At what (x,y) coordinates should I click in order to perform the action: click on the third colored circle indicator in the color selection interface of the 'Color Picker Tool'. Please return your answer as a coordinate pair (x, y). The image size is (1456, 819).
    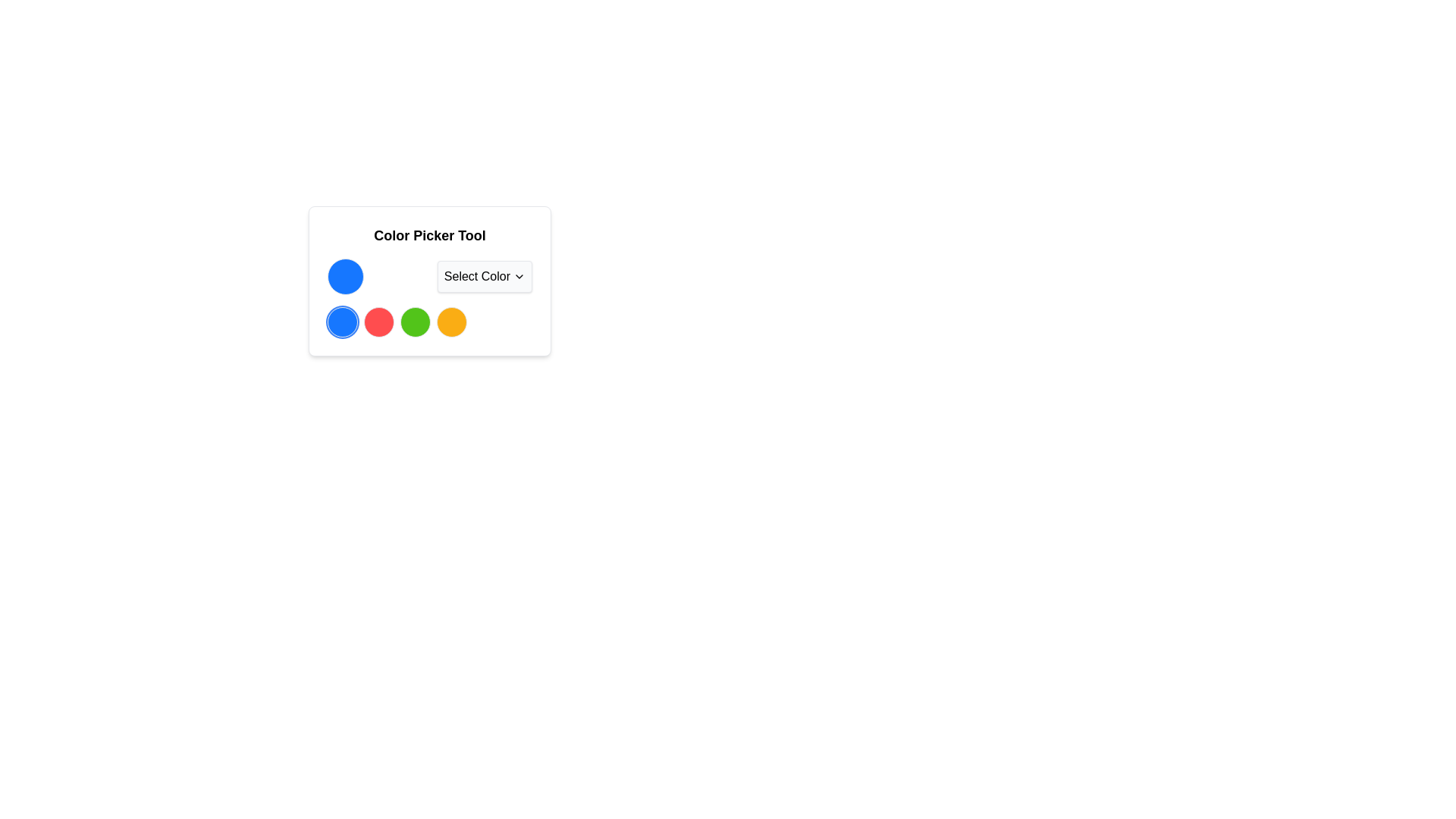
    Looking at the image, I should click on (415, 321).